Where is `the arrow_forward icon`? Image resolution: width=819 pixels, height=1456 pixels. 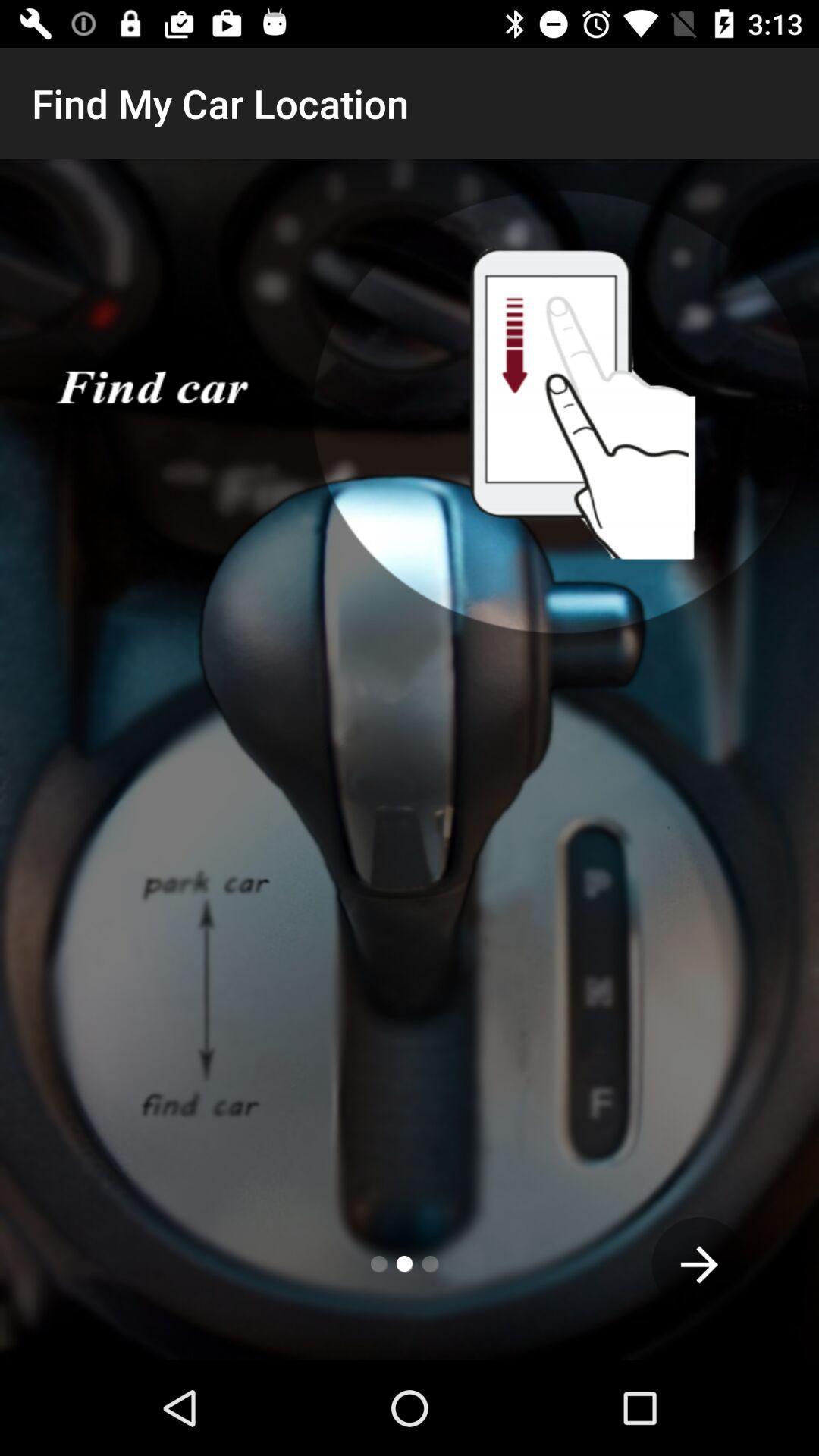
the arrow_forward icon is located at coordinates (699, 1264).